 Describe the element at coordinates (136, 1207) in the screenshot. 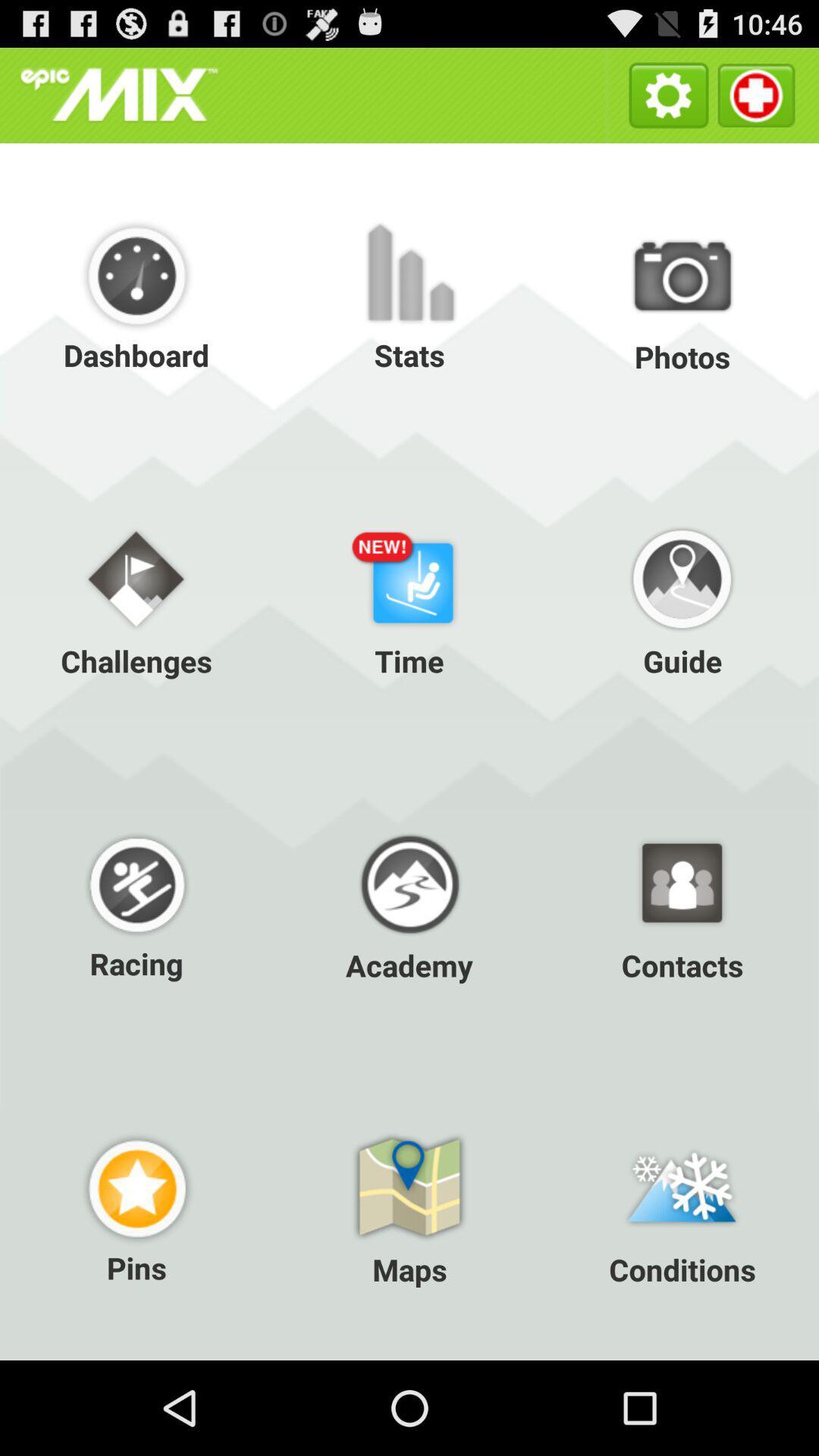

I see `icon at the bottom left corner` at that location.